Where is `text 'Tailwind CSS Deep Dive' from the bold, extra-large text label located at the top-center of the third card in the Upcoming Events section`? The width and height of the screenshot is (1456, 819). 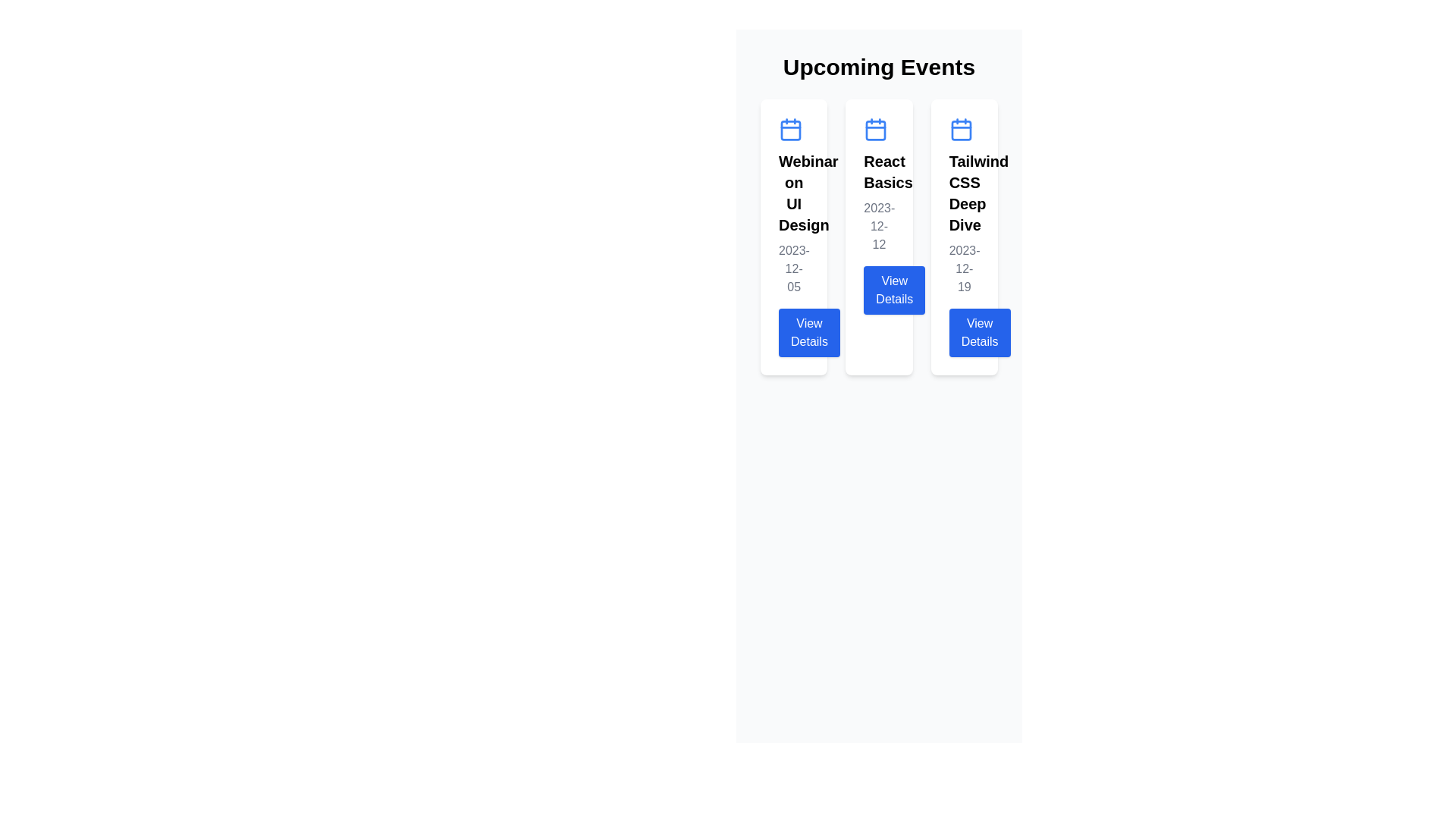
text 'Tailwind CSS Deep Dive' from the bold, extra-large text label located at the top-center of the third card in the Upcoming Events section is located at coordinates (963, 192).